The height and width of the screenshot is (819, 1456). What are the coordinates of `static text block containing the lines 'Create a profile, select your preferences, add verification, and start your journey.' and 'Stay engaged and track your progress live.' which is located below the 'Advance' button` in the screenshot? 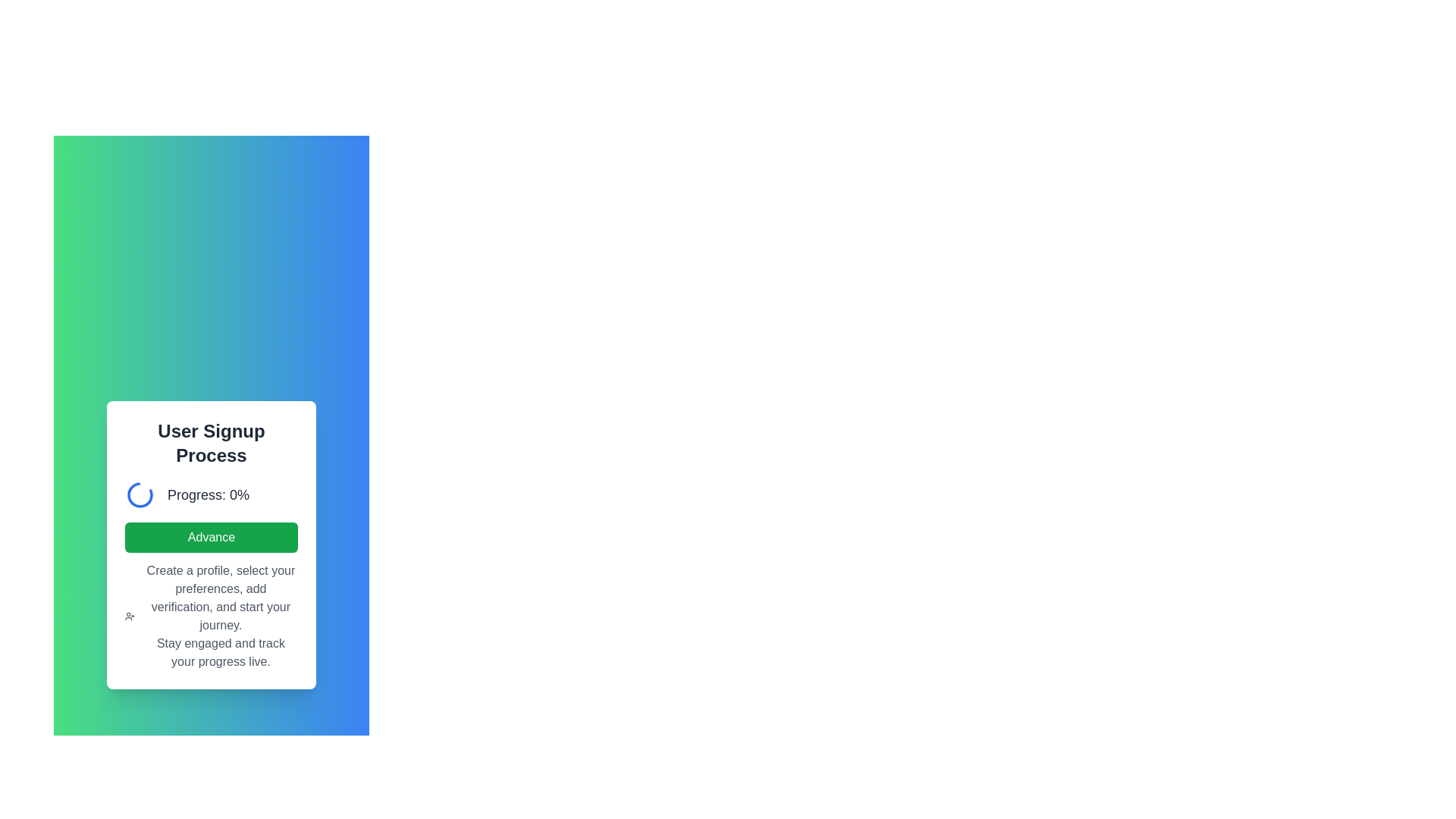 It's located at (220, 617).